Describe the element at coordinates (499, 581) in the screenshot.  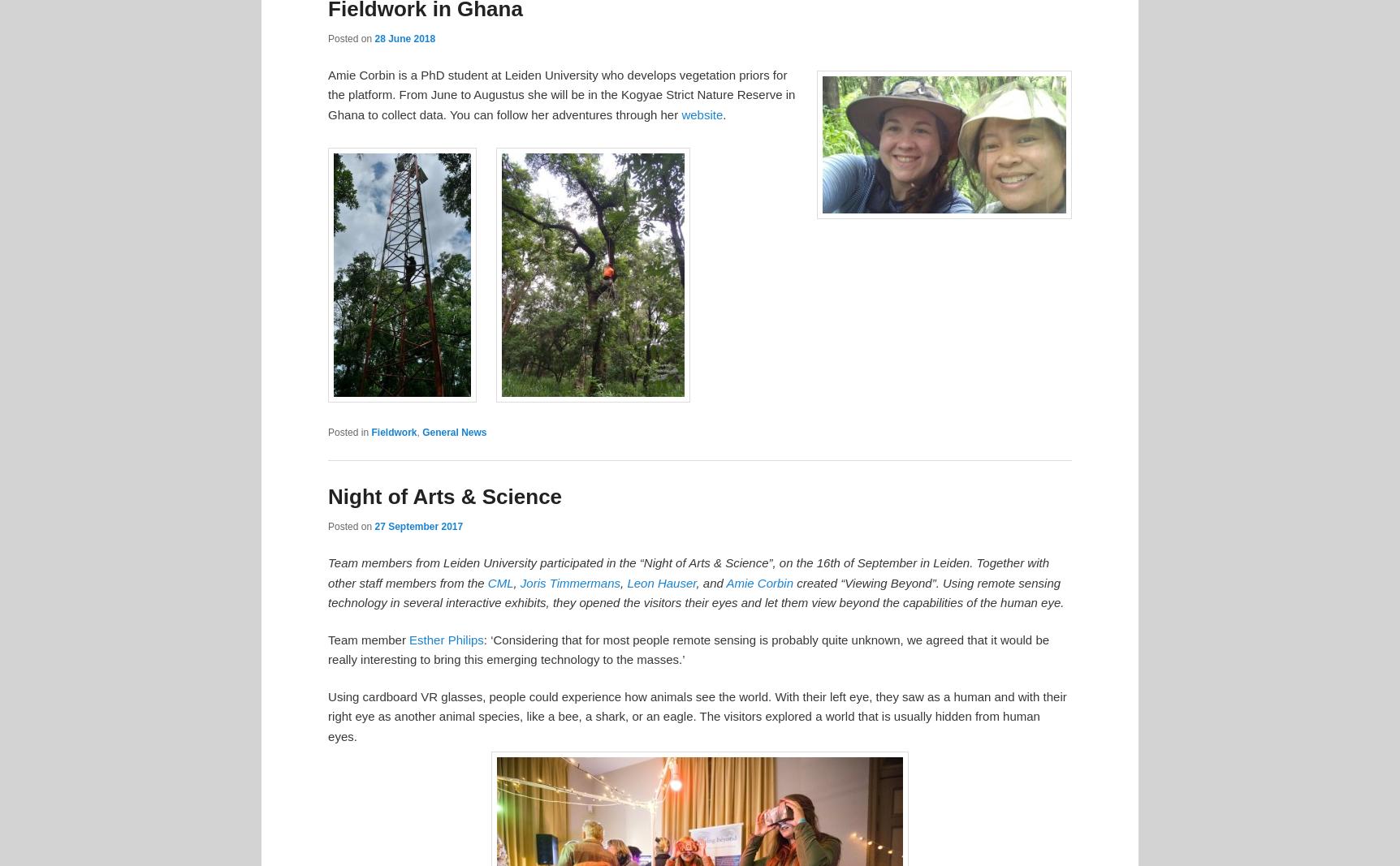
I see `'CML'` at that location.